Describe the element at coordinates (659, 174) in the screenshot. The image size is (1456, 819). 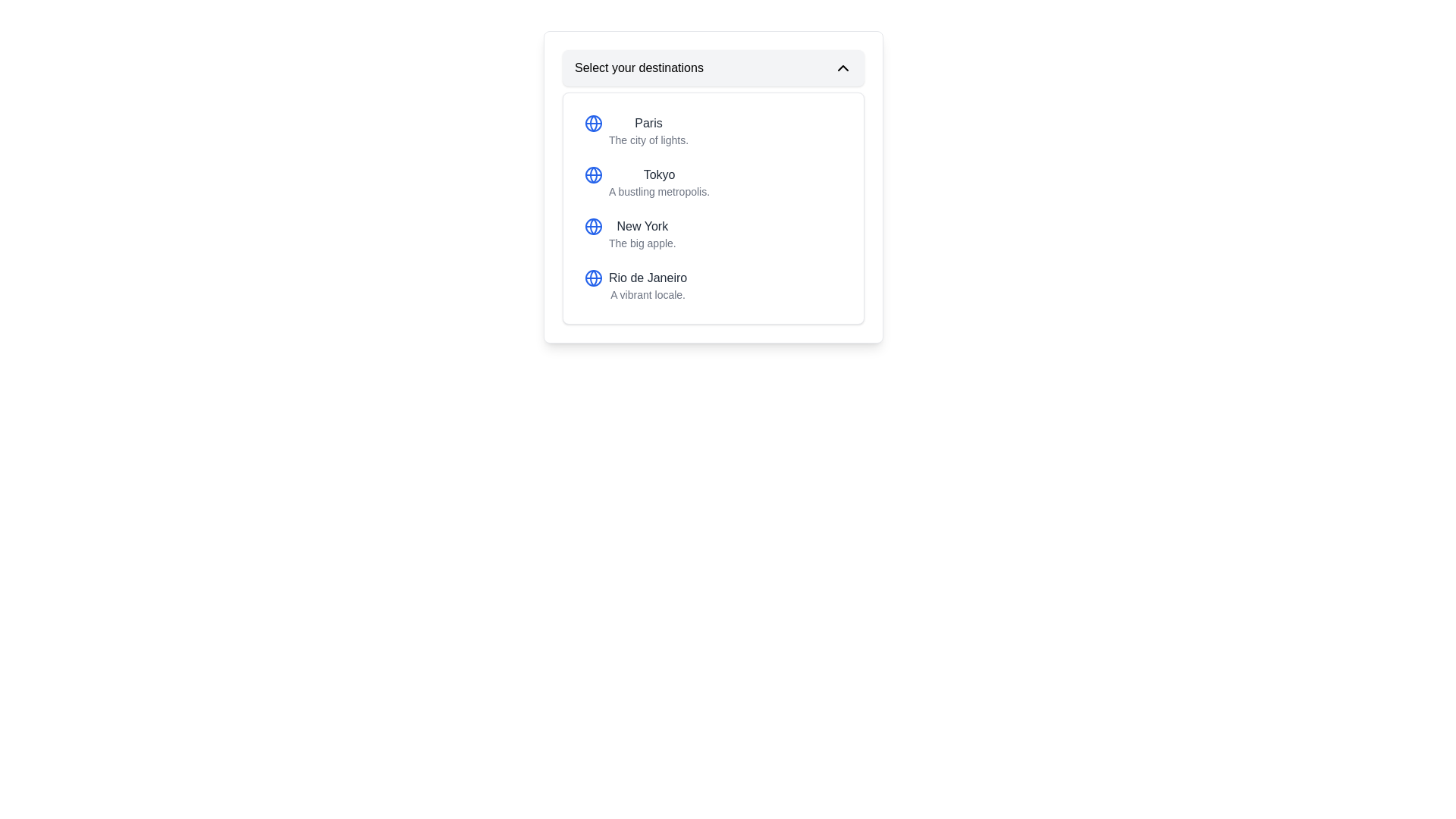
I see `text label for the Tokyo destination, which is located as the second destination in the 'Select your destinations' dropdown, positioned above the descriptive text 'A bustling metropolis.'` at that location.